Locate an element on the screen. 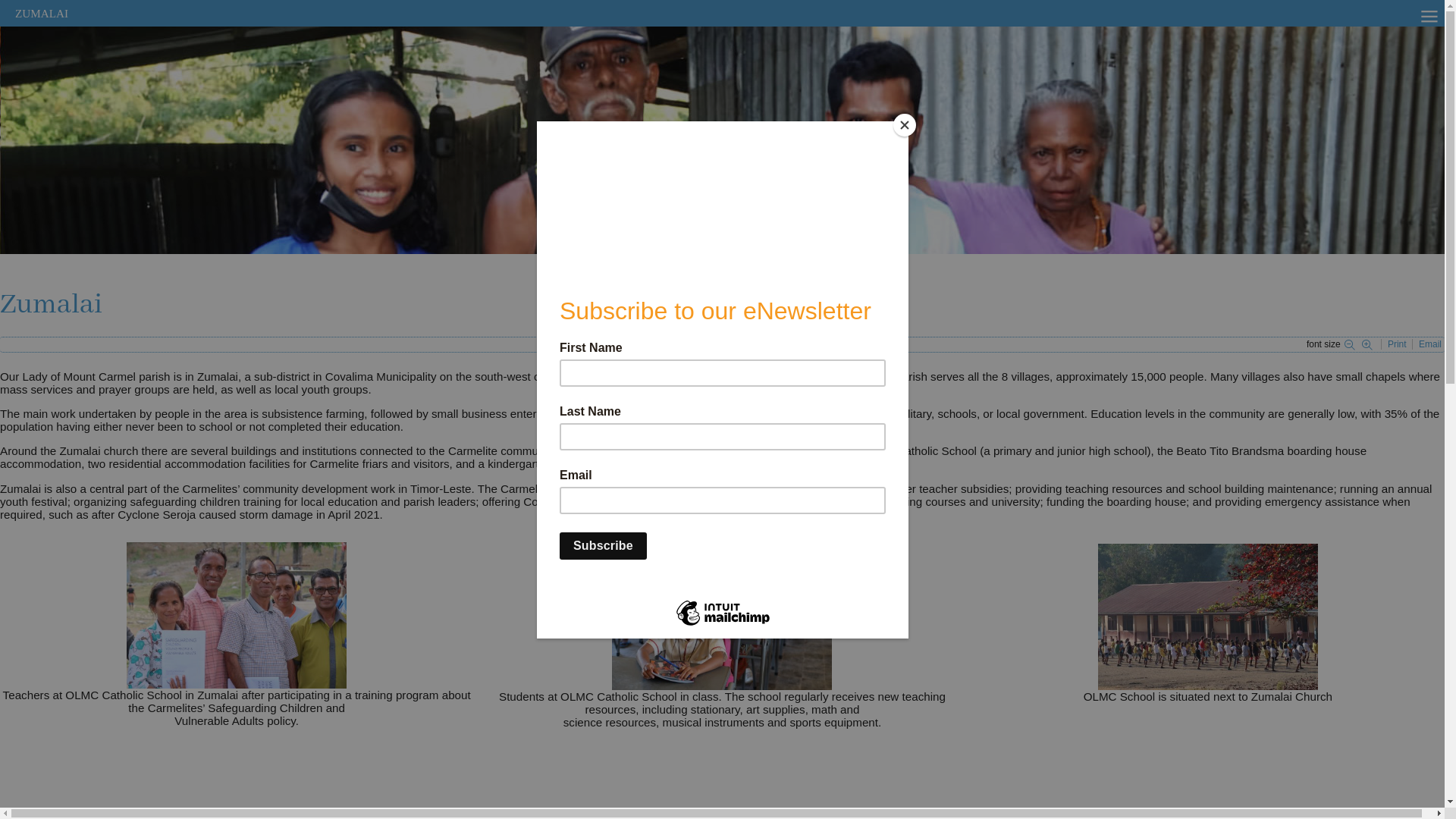 The height and width of the screenshot is (819, 1456). 'Email' is located at coordinates (1429, 344).